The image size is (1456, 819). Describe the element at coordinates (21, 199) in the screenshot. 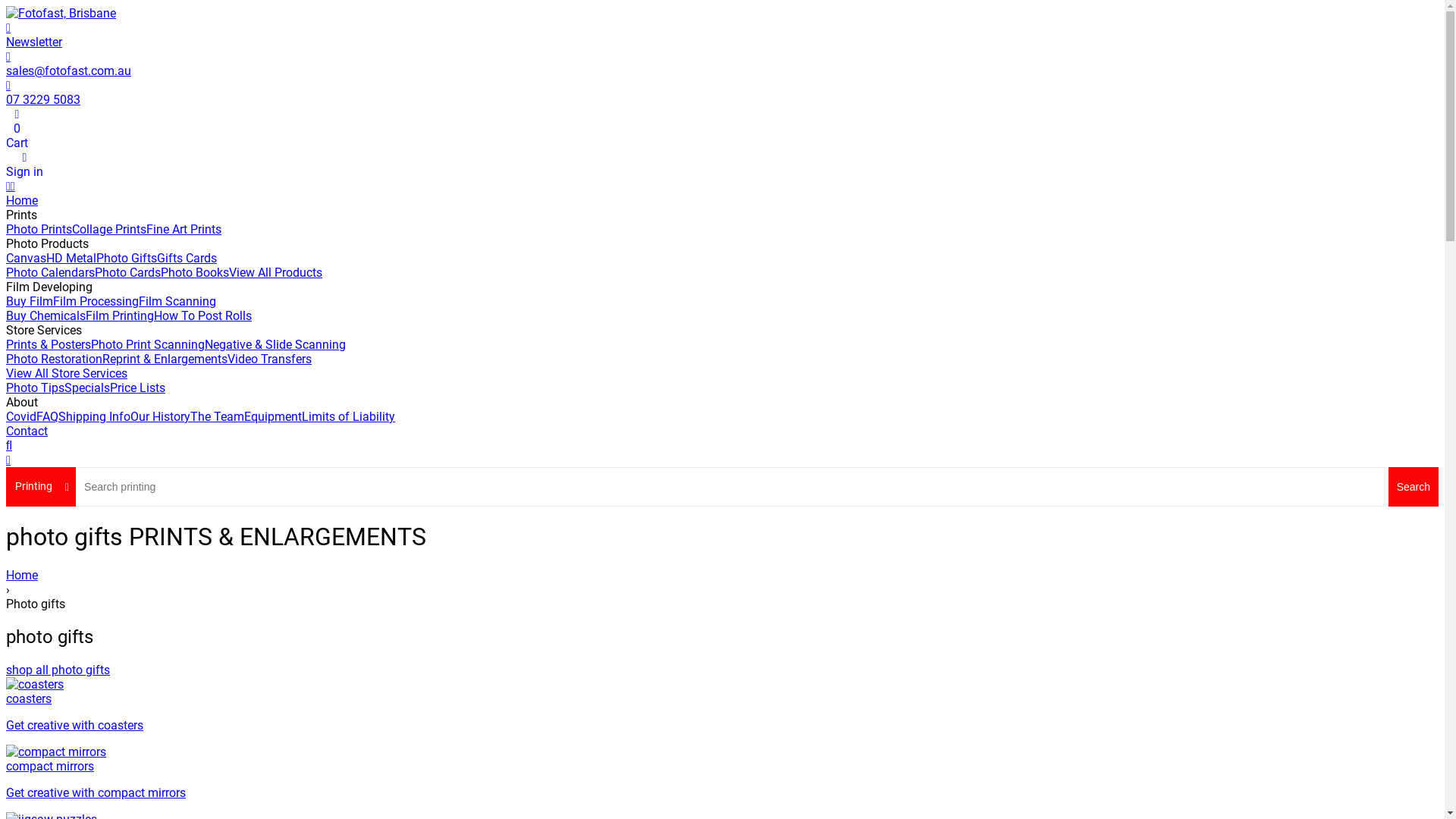

I see `'Home'` at that location.